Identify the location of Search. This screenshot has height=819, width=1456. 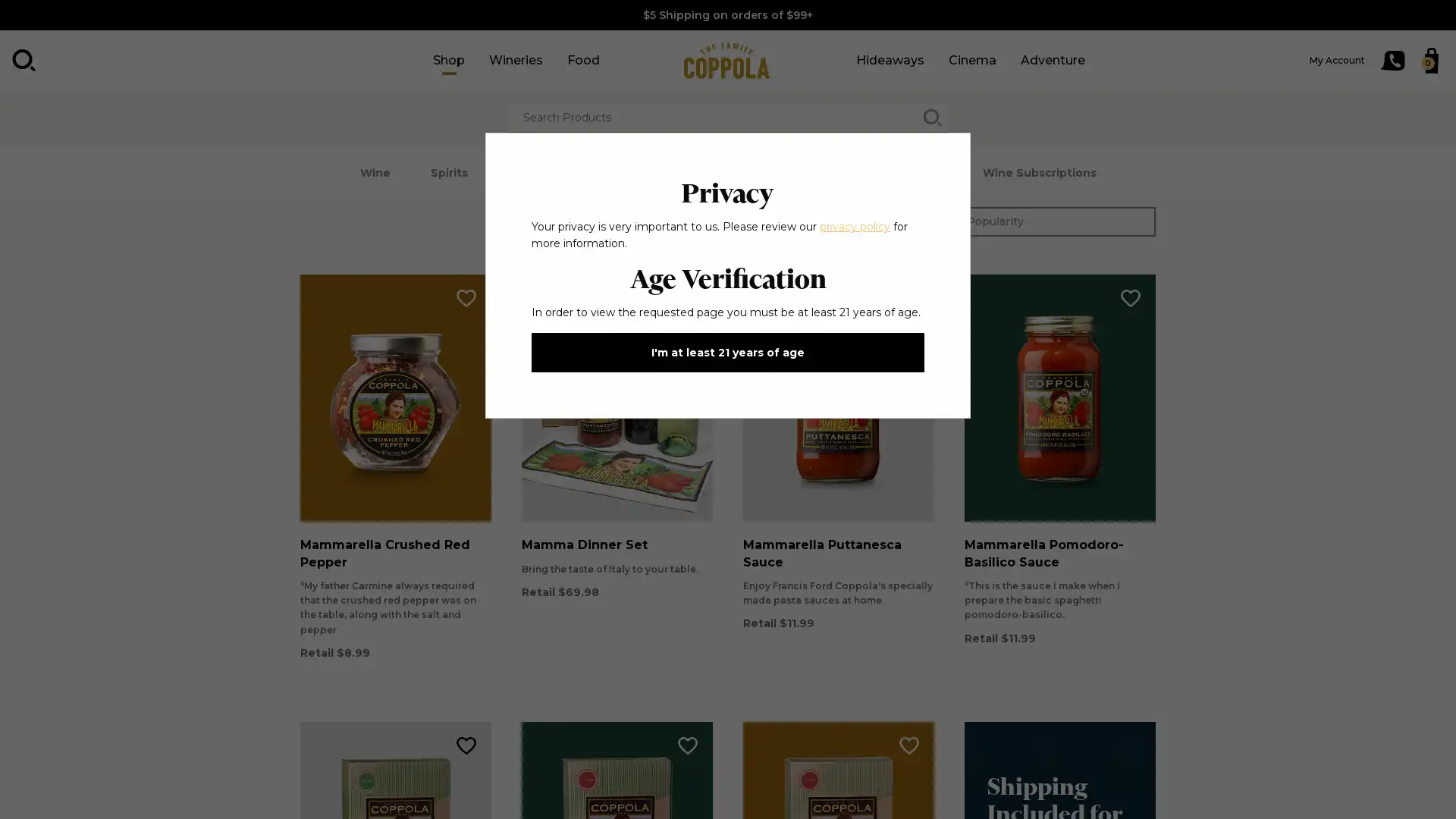
(24, 60).